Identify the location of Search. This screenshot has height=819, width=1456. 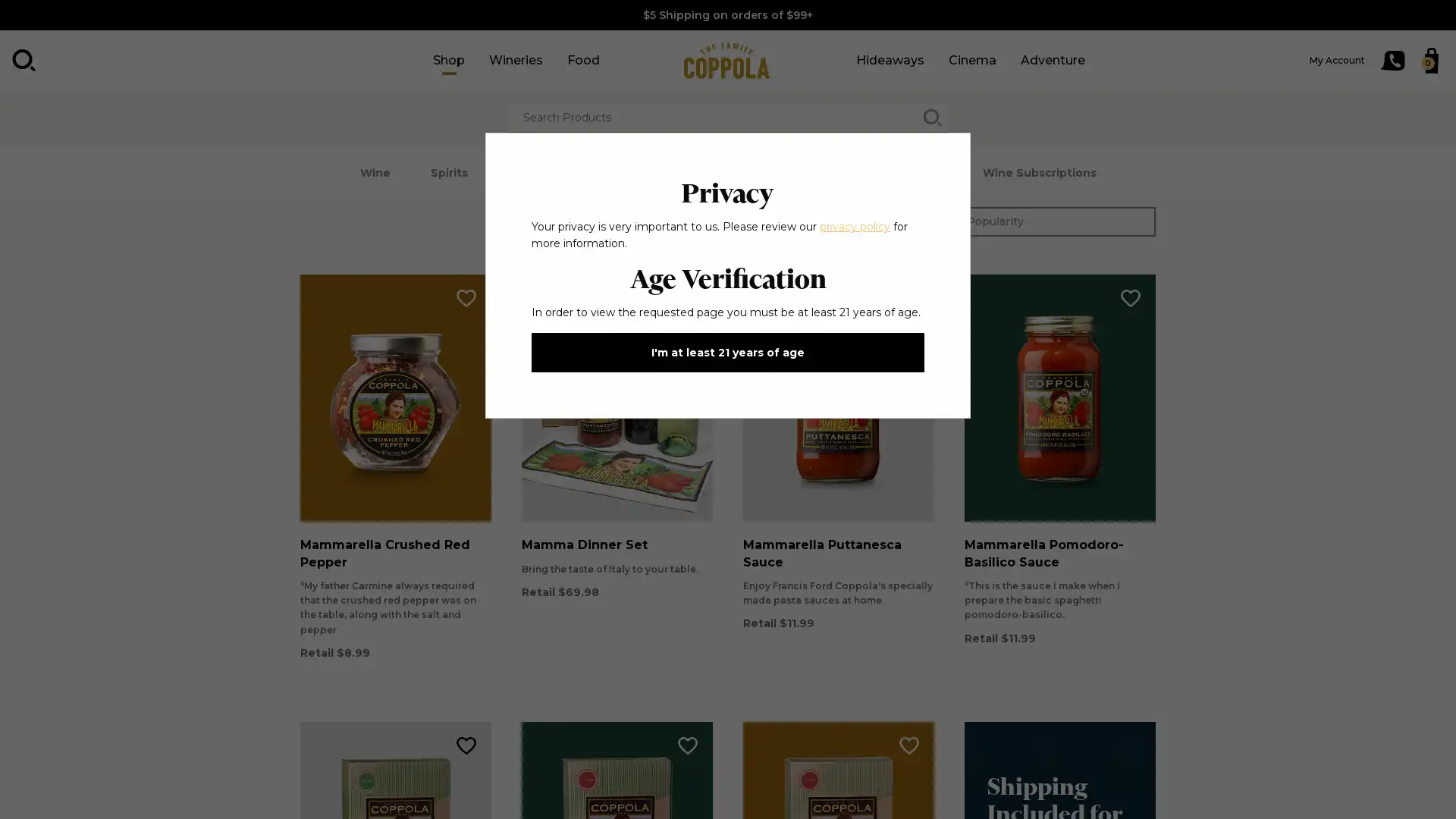
(24, 60).